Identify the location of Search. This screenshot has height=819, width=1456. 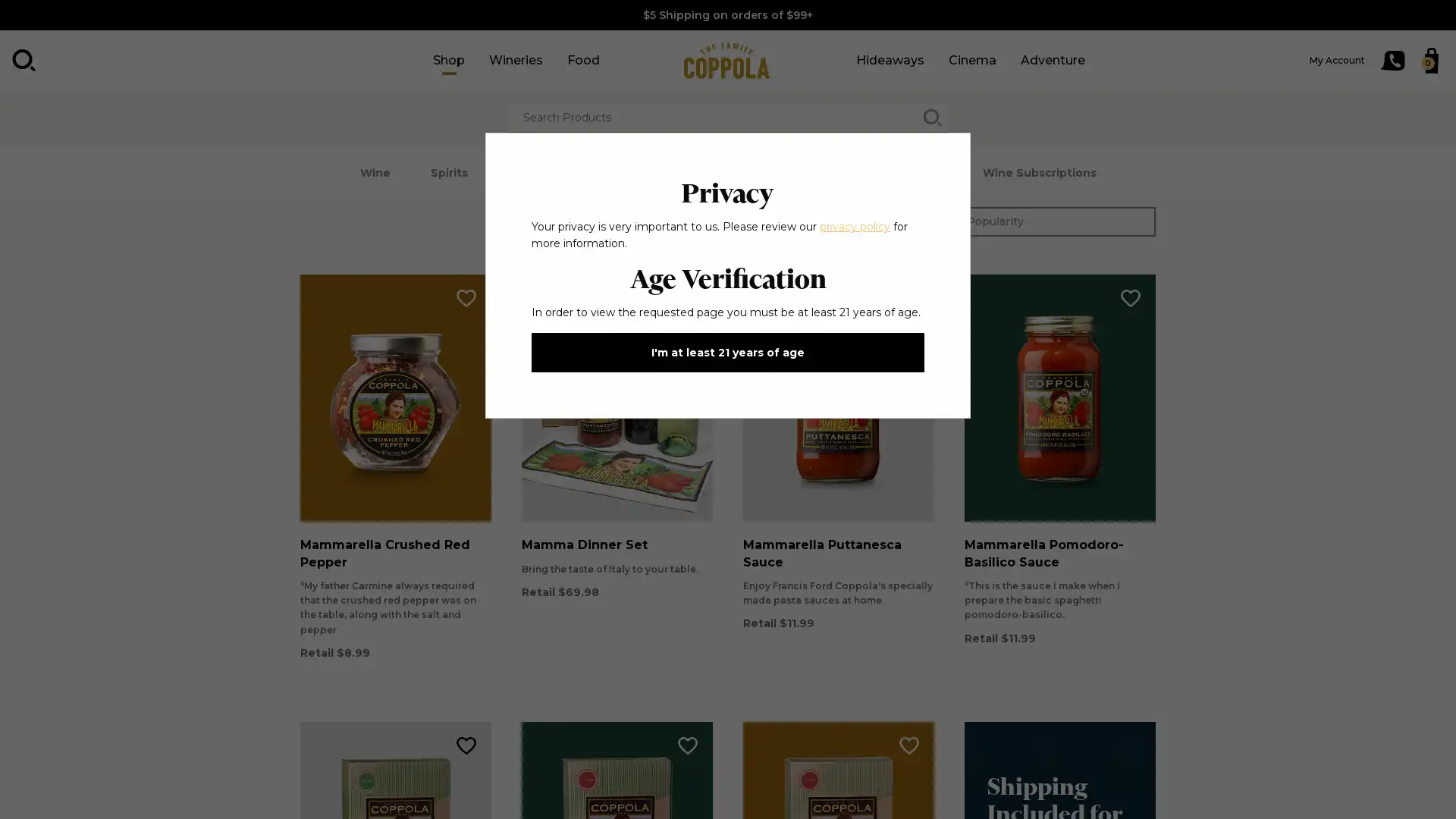
(24, 60).